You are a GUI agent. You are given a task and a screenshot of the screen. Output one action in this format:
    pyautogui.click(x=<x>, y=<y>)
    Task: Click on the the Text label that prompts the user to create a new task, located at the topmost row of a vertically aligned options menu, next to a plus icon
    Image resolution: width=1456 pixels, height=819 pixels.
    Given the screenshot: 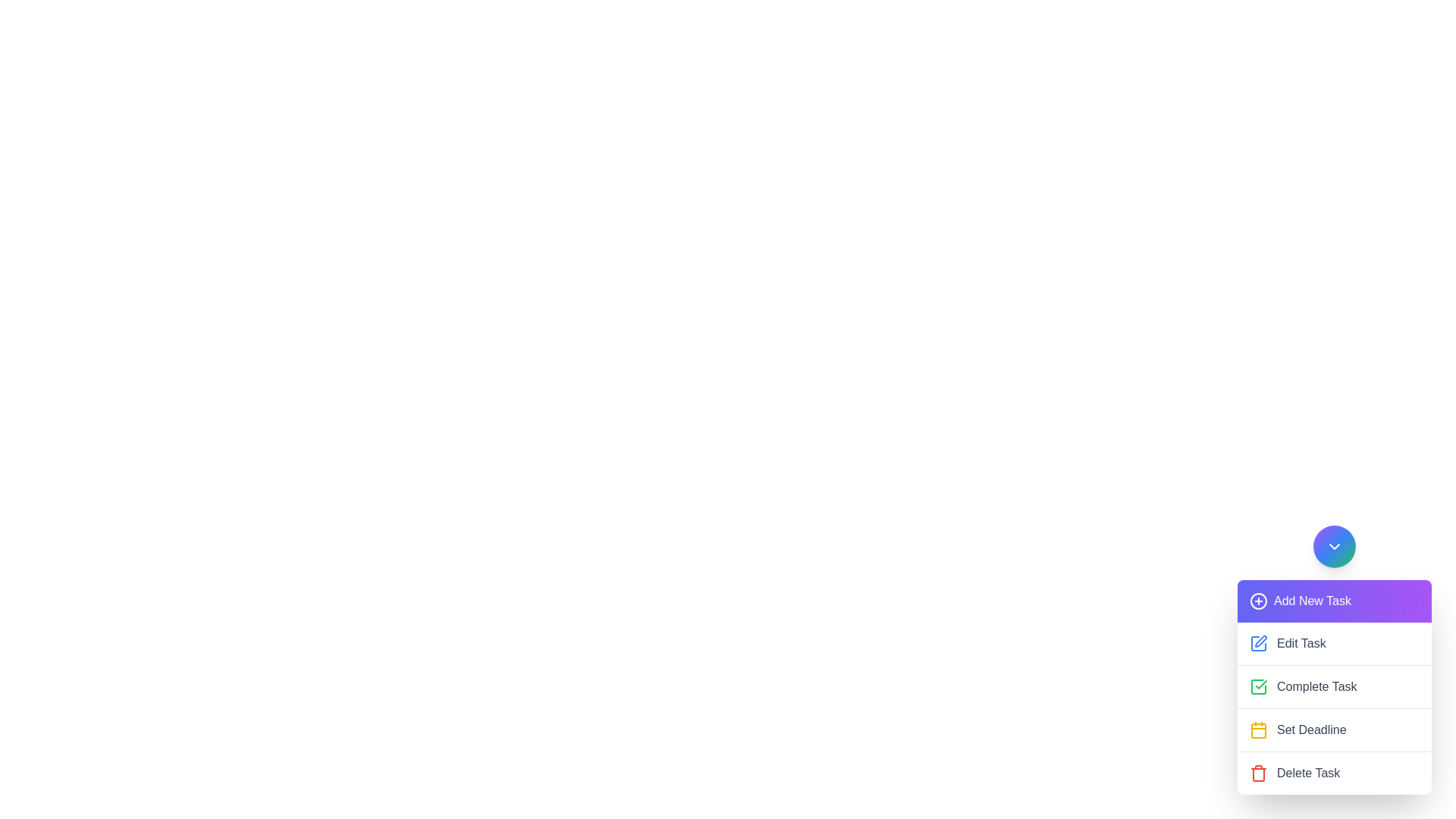 What is the action you would take?
    pyautogui.click(x=1312, y=601)
    